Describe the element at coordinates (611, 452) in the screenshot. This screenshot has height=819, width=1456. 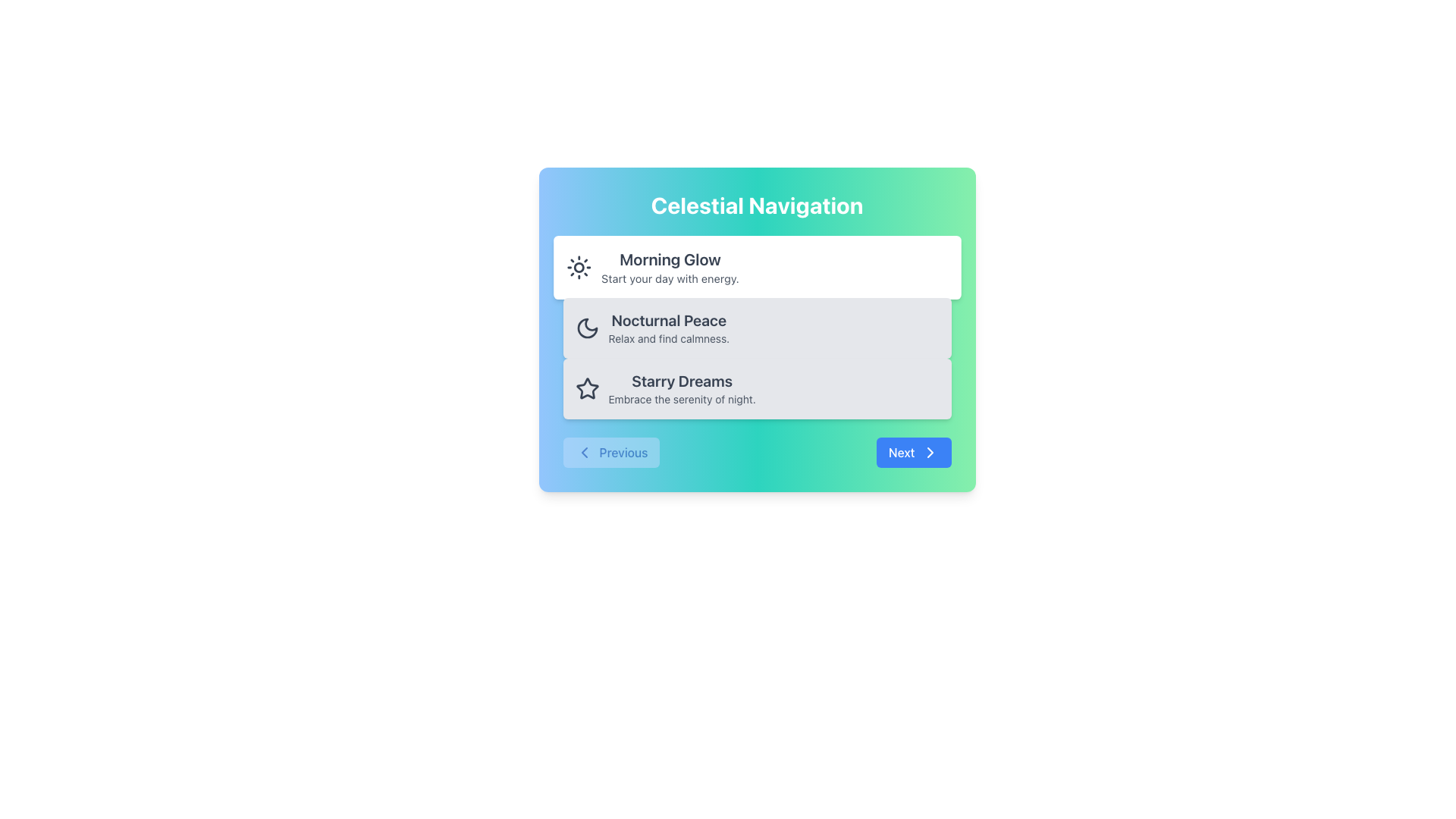
I see `the disabled 'Previous' navigation button located at the bottom-left side of the 'Celestial Navigation' panel` at that location.